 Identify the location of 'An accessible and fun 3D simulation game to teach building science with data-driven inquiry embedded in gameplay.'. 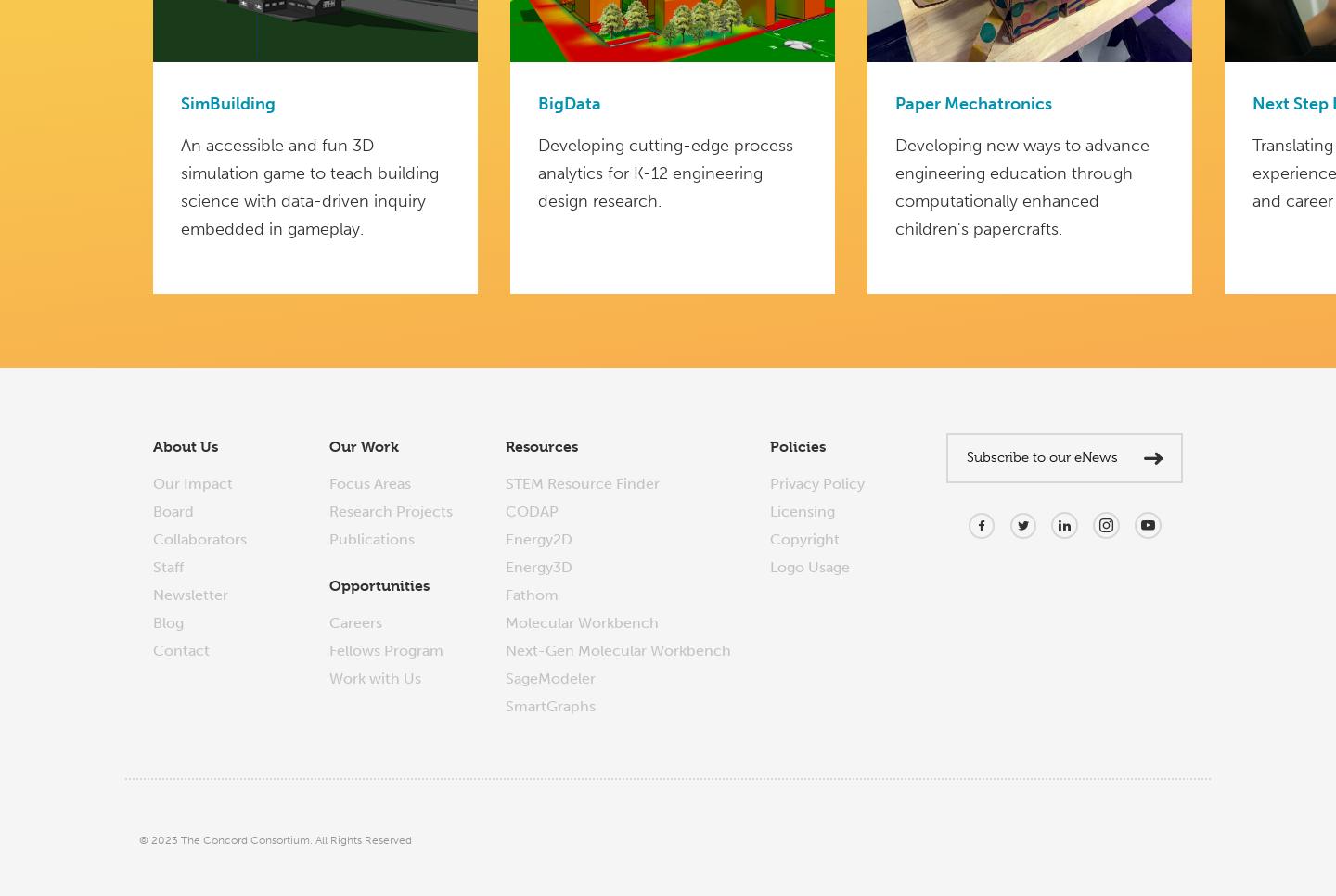
(180, 186).